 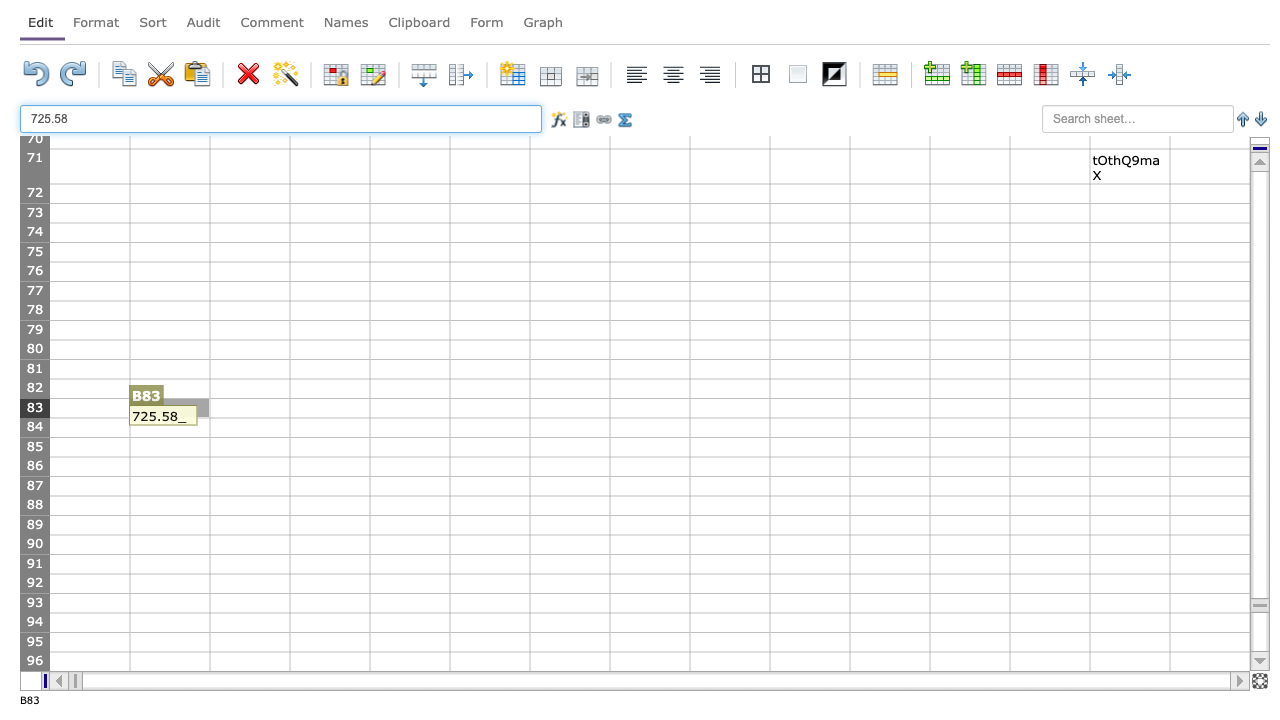 What do you see at coordinates (289, 671) in the screenshot?
I see `Auto-fill point of cell C96` at bounding box center [289, 671].